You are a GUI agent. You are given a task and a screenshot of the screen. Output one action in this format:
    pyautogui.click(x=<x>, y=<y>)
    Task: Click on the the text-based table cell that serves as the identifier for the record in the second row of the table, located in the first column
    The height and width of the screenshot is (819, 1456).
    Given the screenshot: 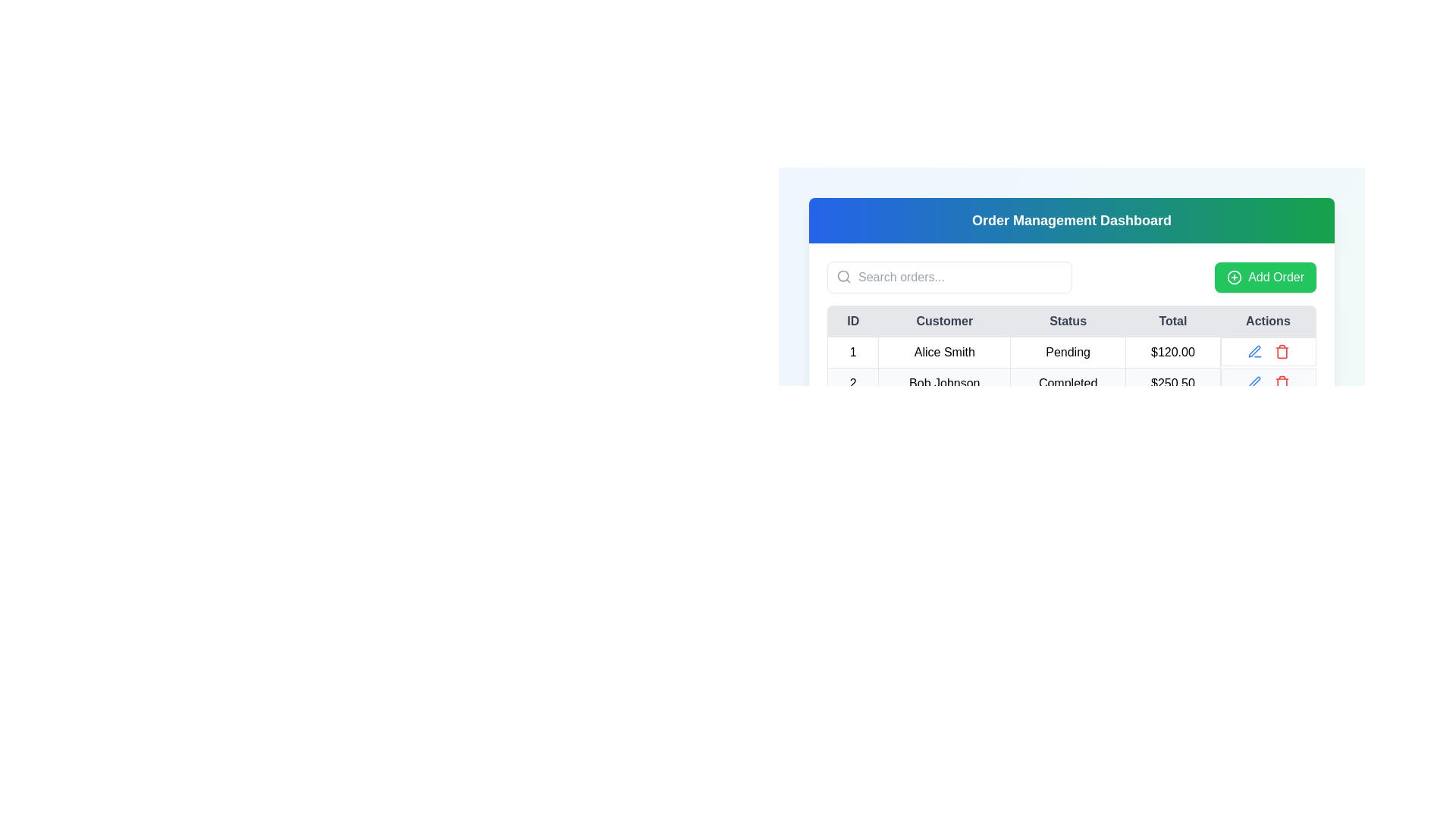 What is the action you would take?
    pyautogui.click(x=853, y=382)
    